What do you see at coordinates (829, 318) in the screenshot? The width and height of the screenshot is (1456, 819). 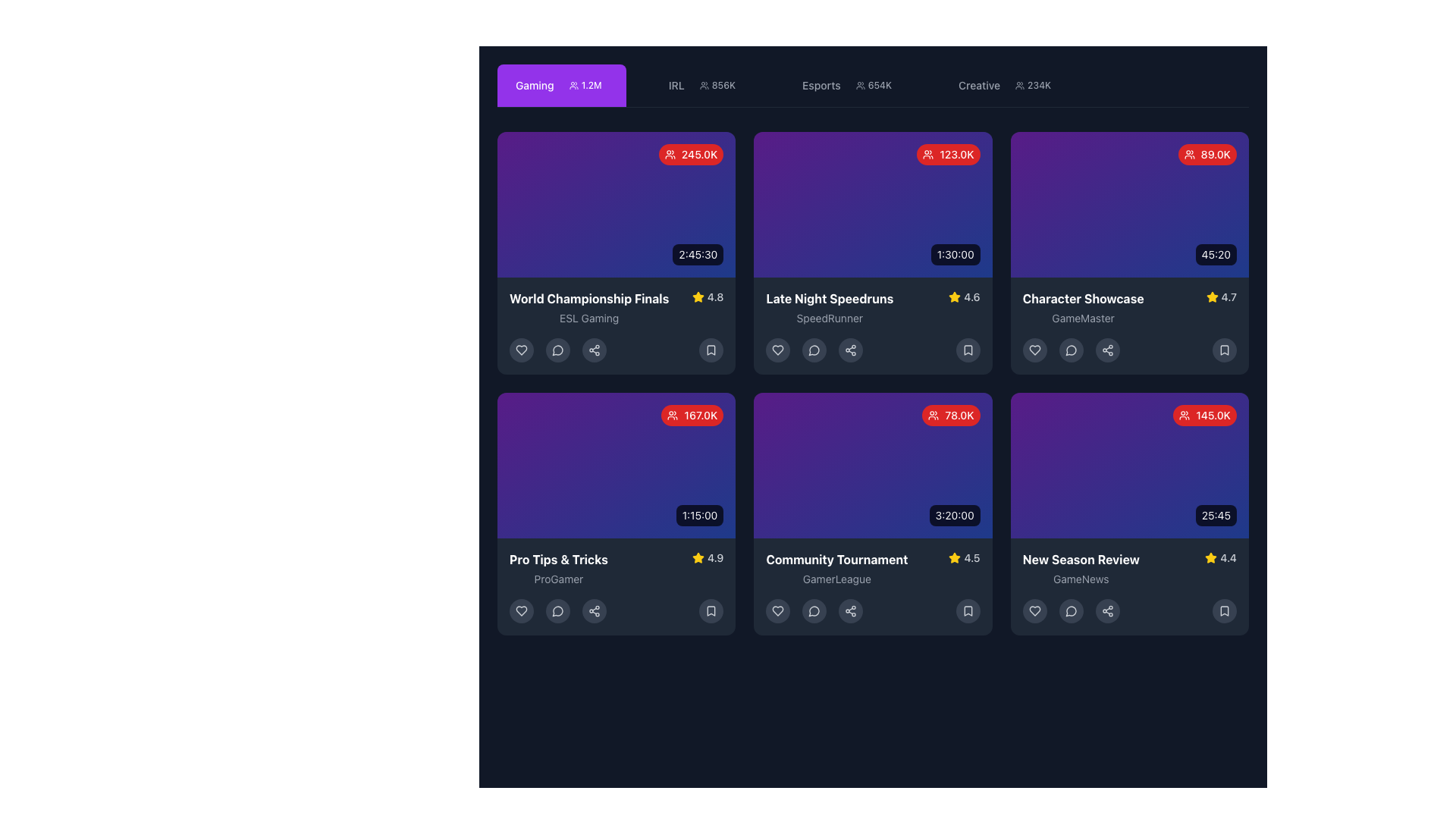 I see `the text label displaying contextual information located directly below the 'Late Night Speedruns' title within the card, which is the second line in the grid item` at bounding box center [829, 318].